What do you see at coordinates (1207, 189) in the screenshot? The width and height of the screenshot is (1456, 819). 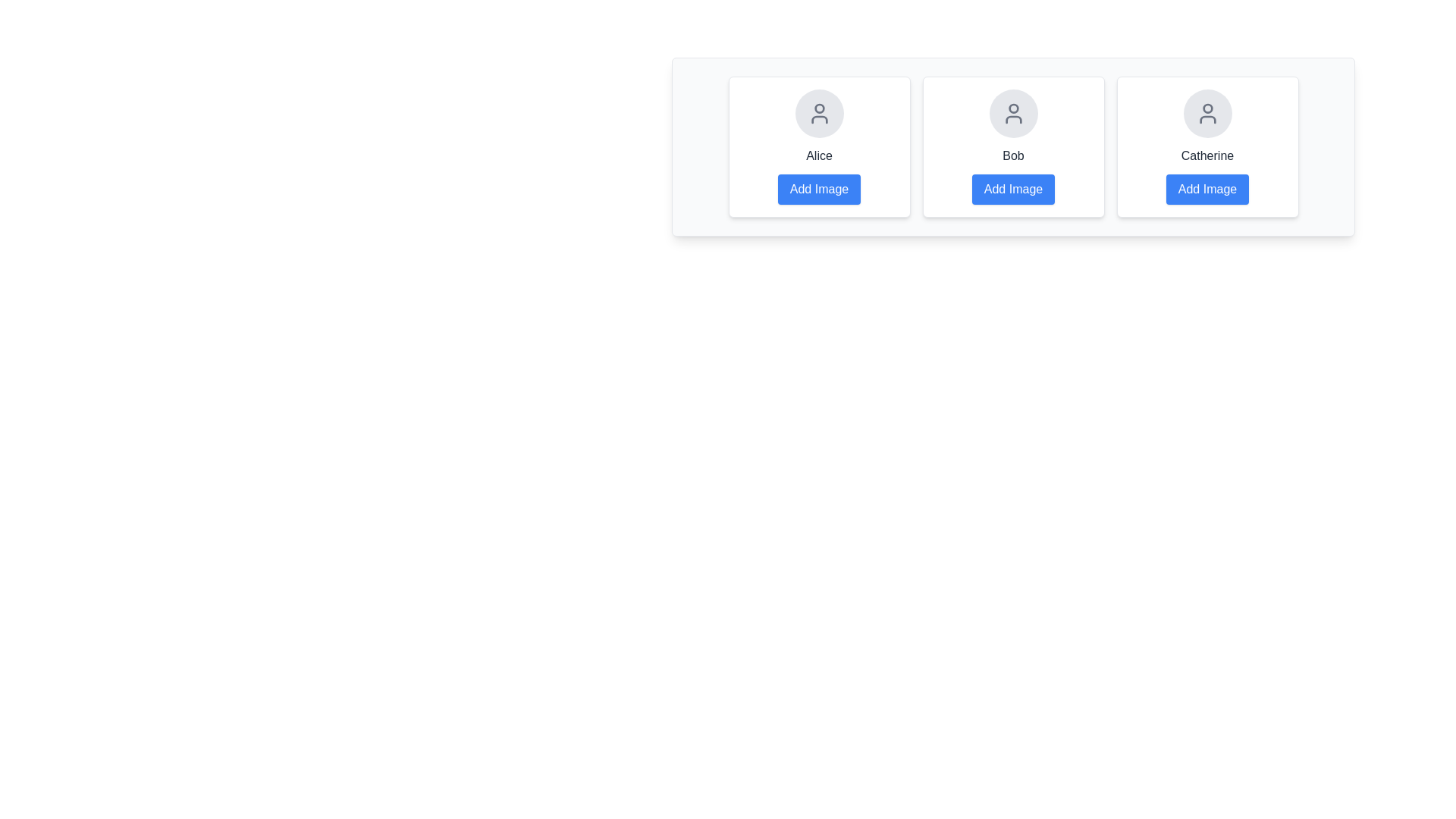 I see `'Add Image' button for Catherine` at bounding box center [1207, 189].